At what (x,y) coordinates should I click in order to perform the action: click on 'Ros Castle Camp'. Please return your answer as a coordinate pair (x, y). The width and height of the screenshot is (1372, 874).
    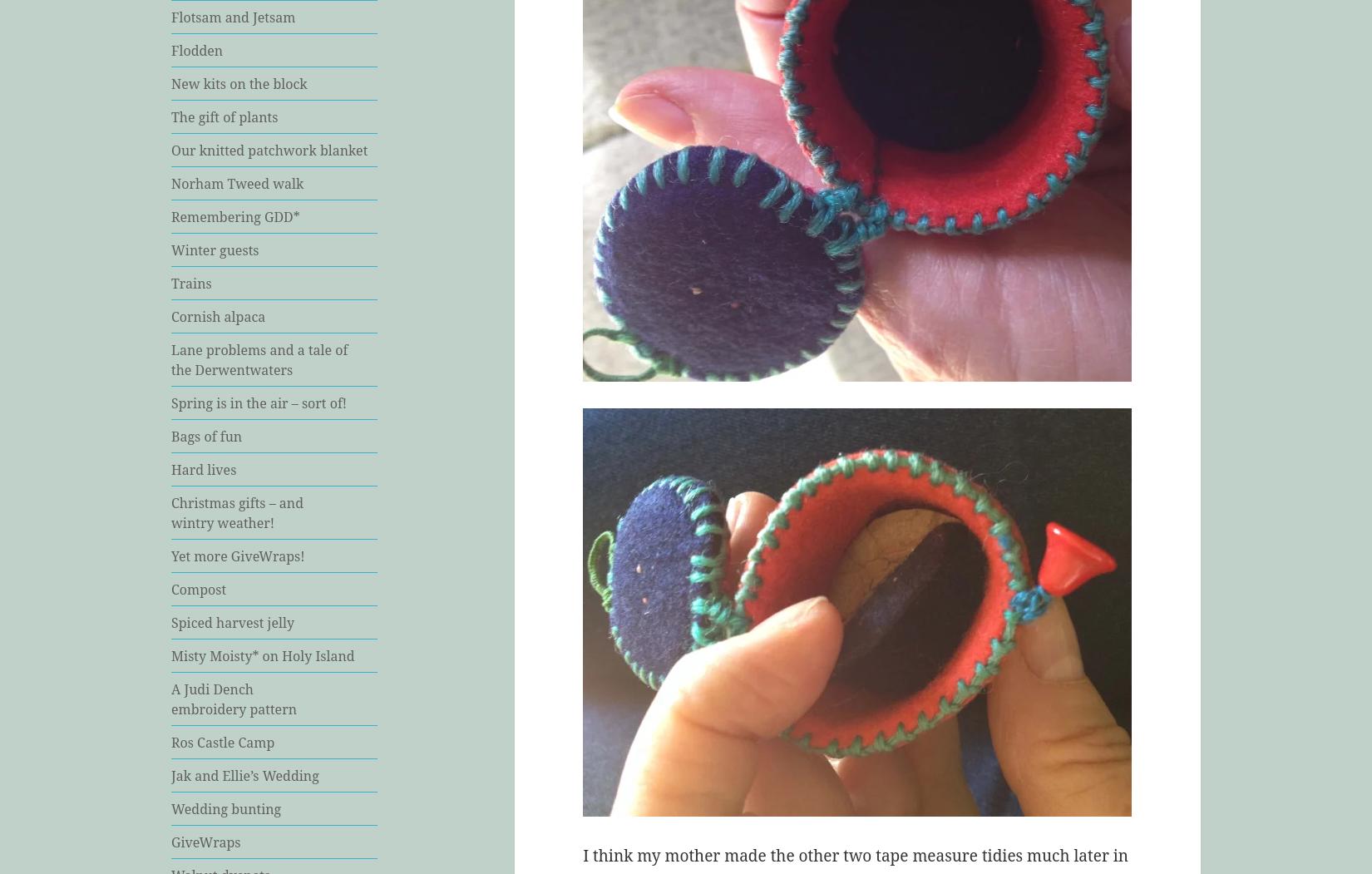
    Looking at the image, I should click on (222, 741).